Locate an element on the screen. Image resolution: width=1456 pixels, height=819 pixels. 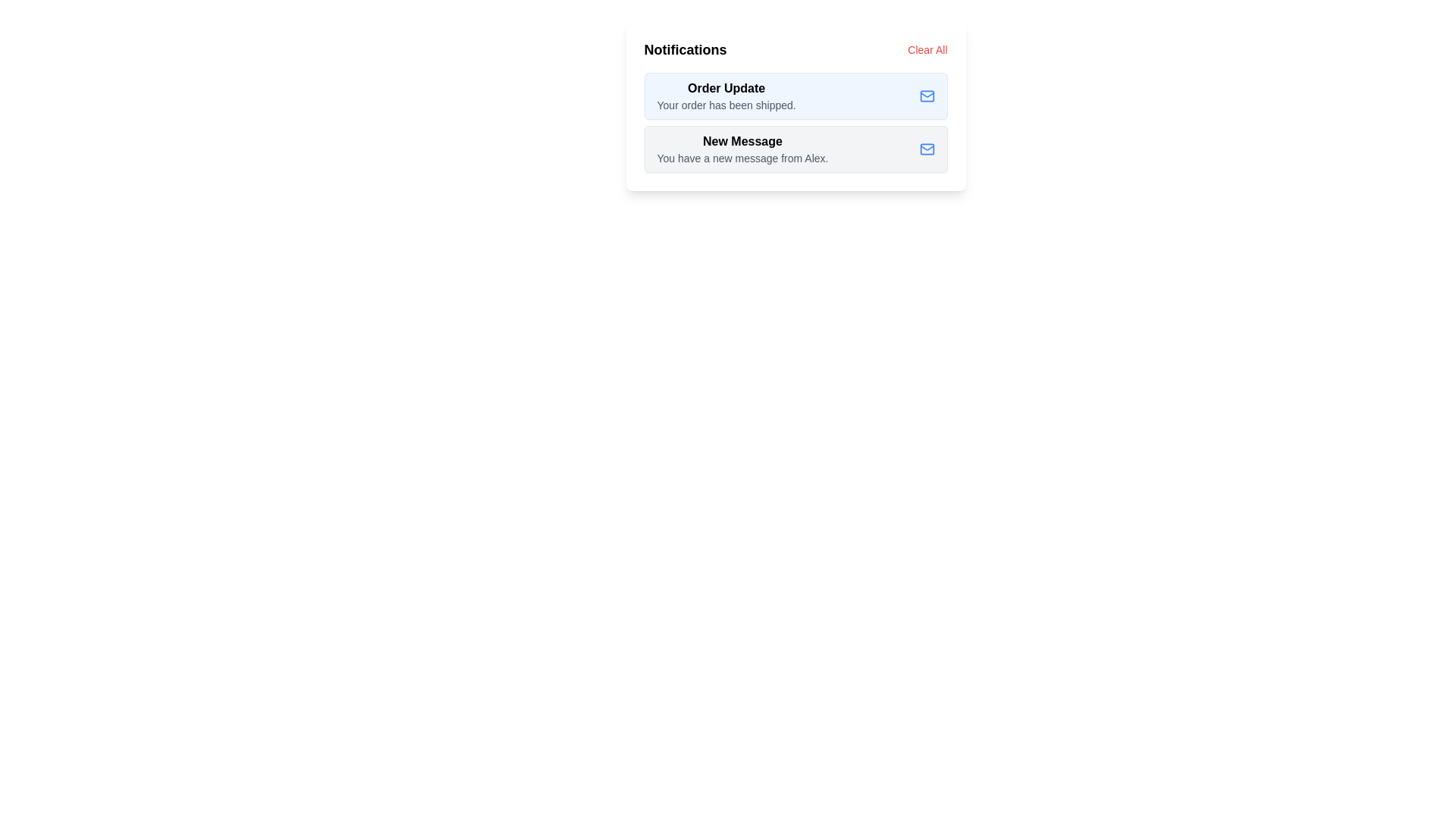
the 'Order Update' notification message, which is a two-line text block in a bordered blue-tinted background is located at coordinates (726, 96).